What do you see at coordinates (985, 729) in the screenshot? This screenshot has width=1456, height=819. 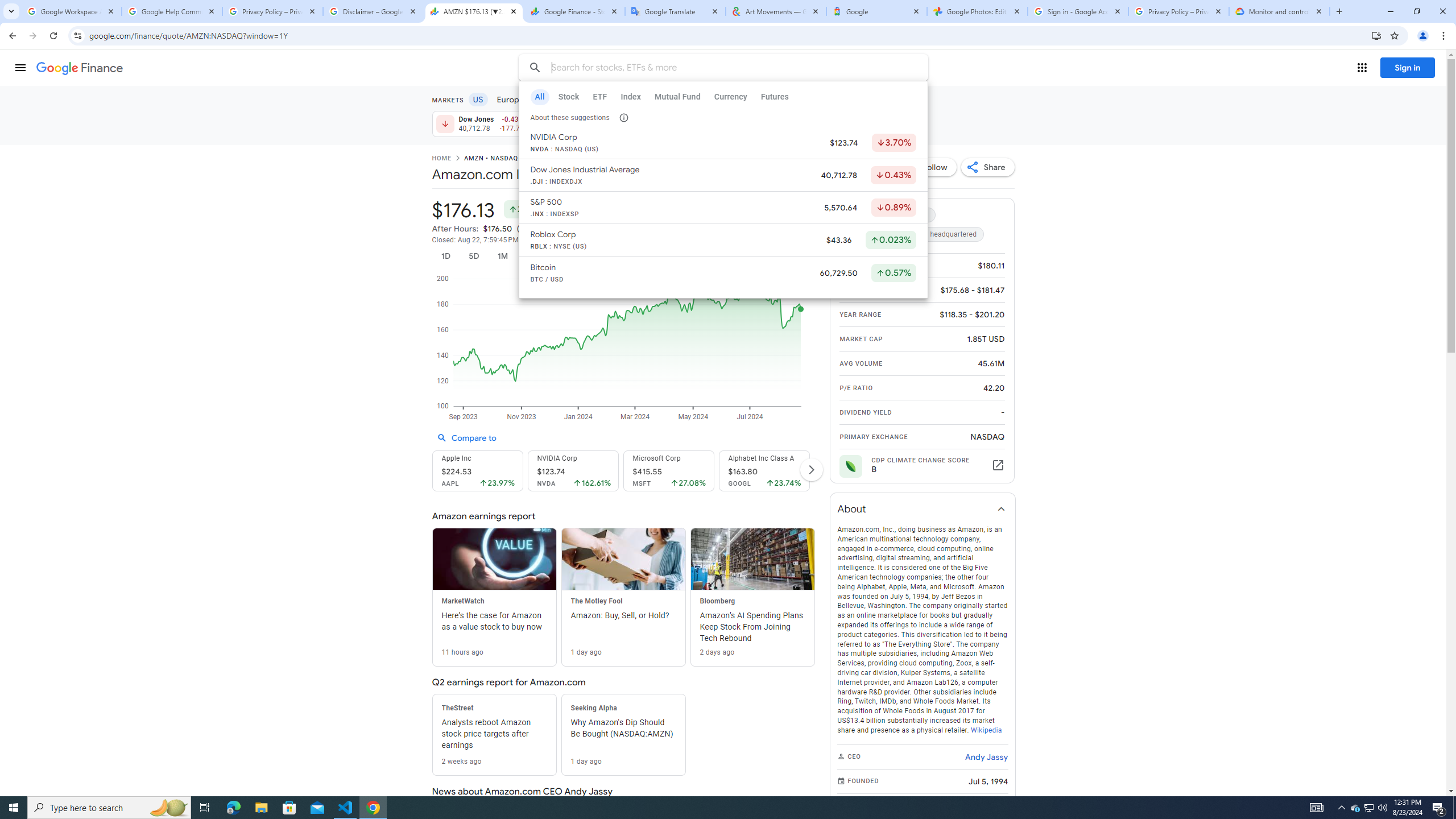 I see `'Wikipedia'` at bounding box center [985, 729].